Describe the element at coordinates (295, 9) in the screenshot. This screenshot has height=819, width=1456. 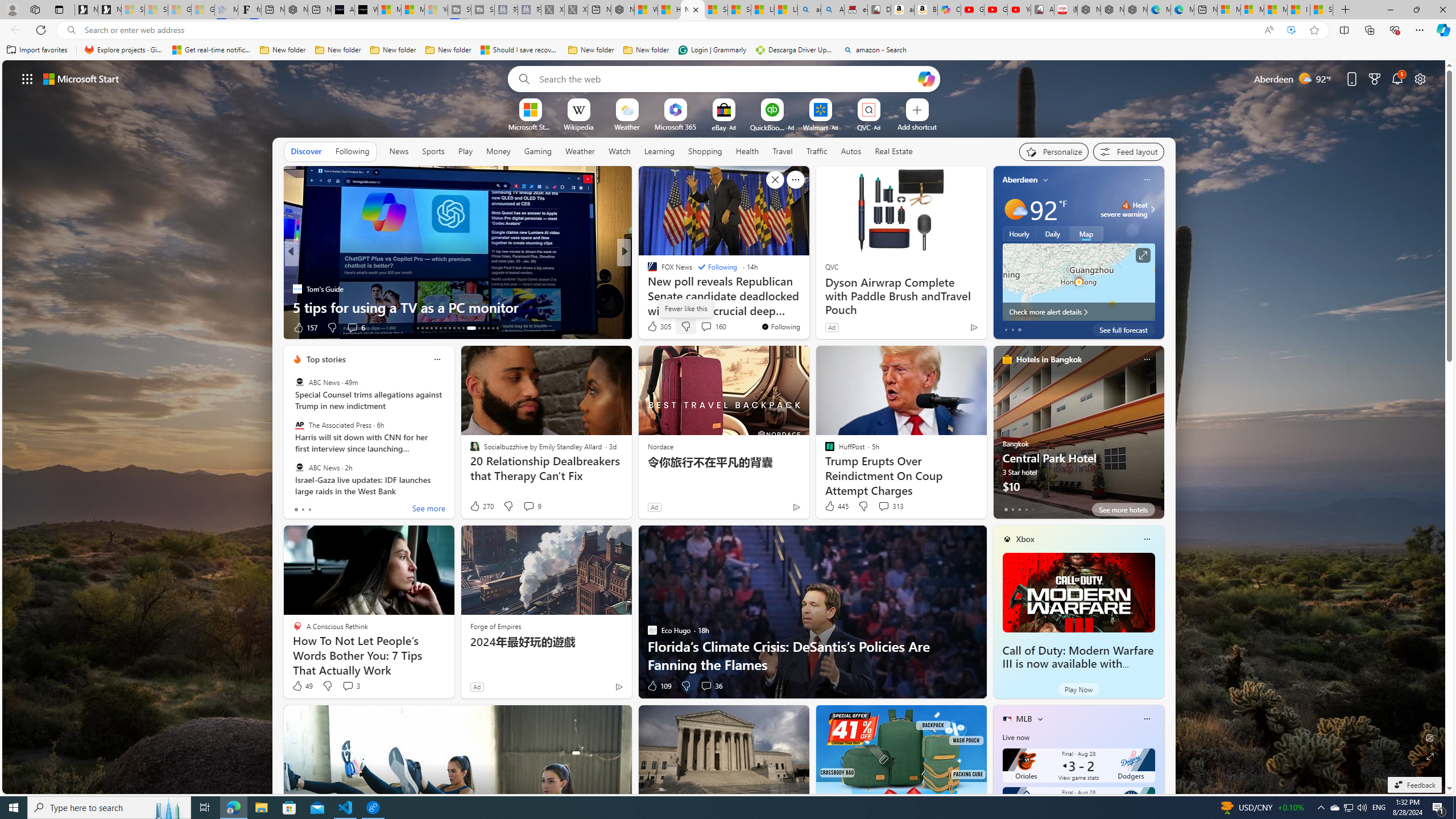
I see `'Nordace - #1 Japanese Best-Seller - Siena Smart Backpack'` at that location.